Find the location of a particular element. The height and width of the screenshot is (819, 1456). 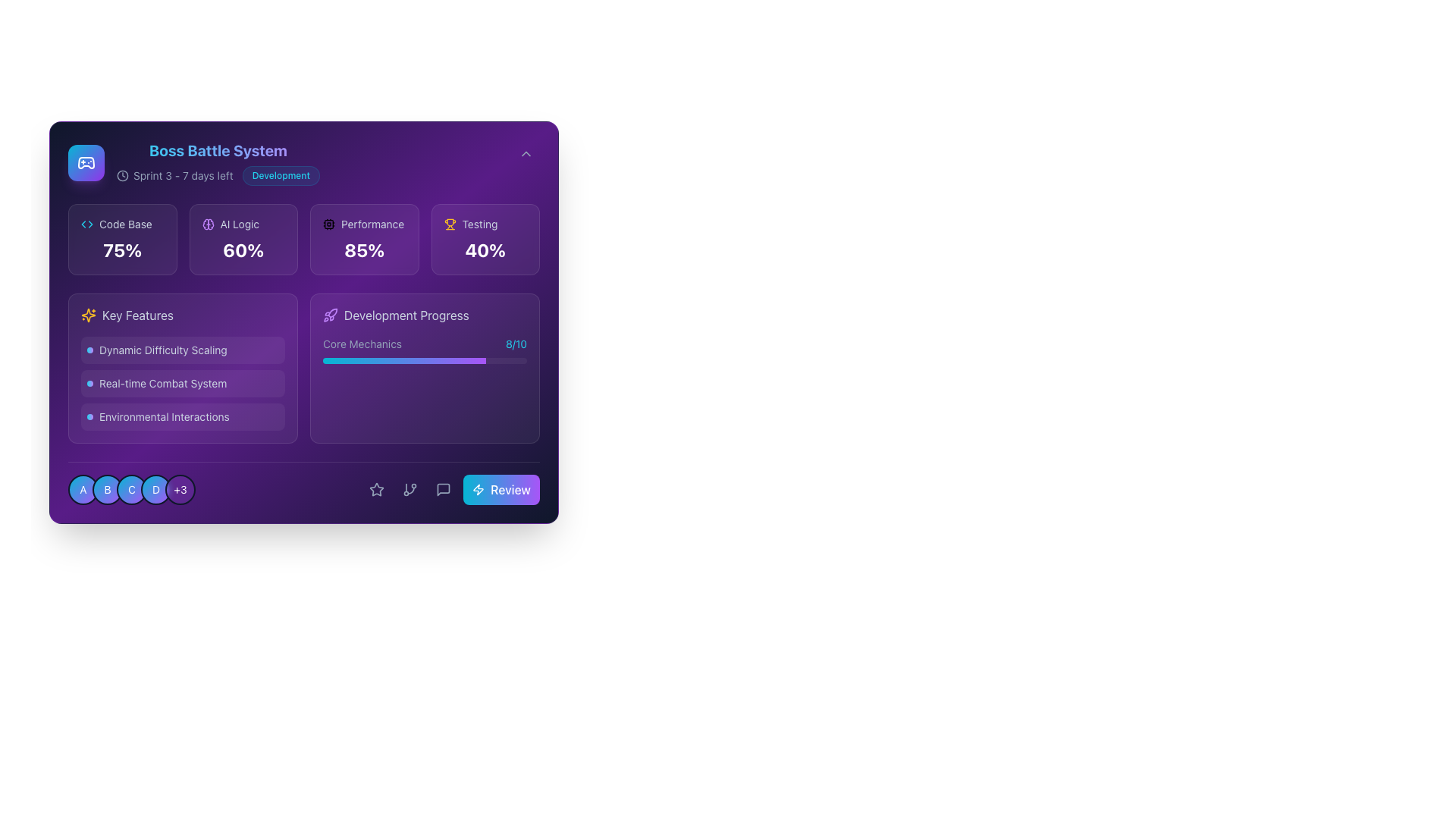

the purple brain SVG icon located in the top central section of the interface, part of the 'AI Logic' row, directly to the left of '60%' is located at coordinates (207, 224).